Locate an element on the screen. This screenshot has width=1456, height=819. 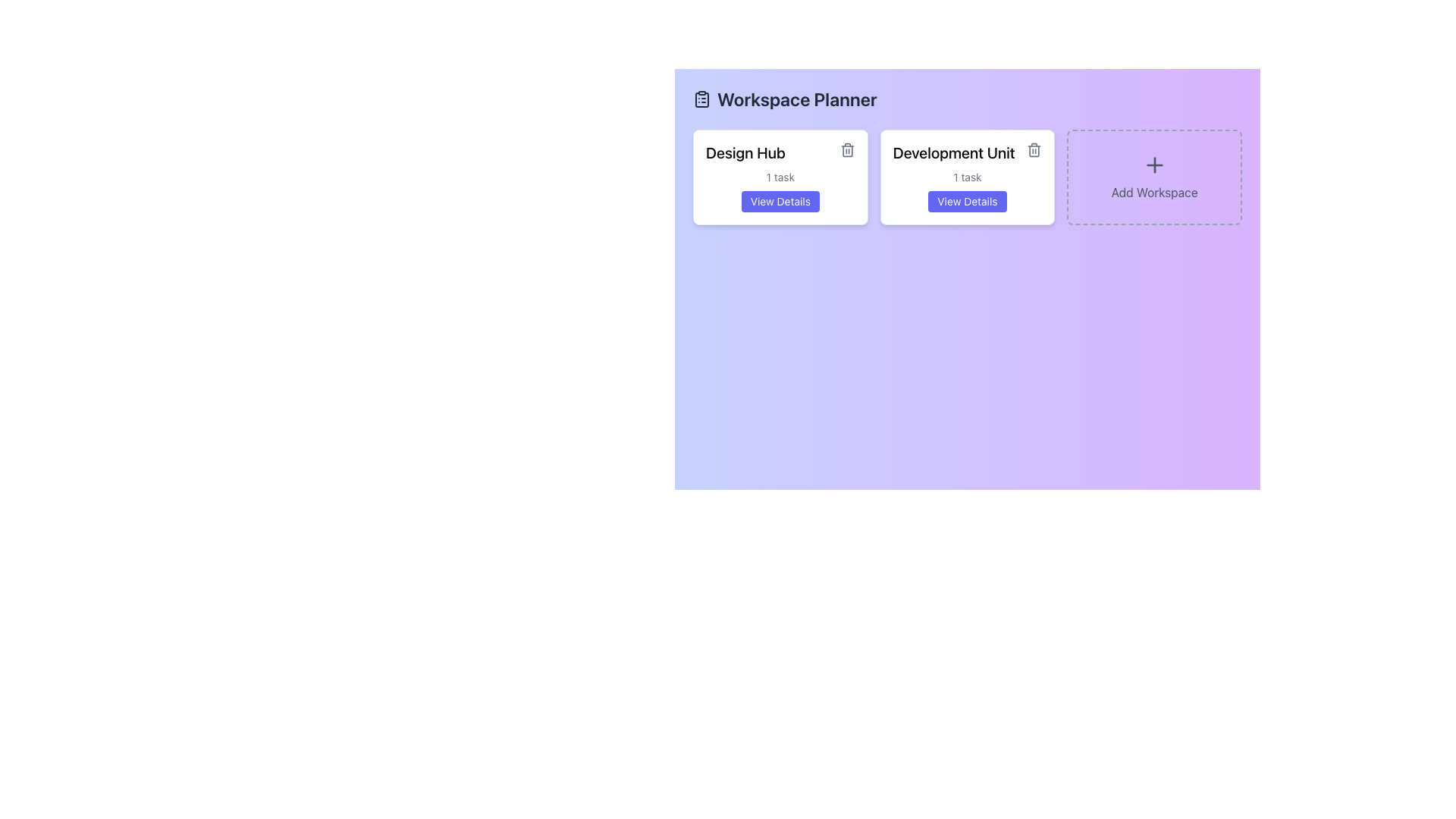
the rectangular button with a purple background and white text saying 'View Details' located at the bottom of the 'Design Hub' card is located at coordinates (780, 201).